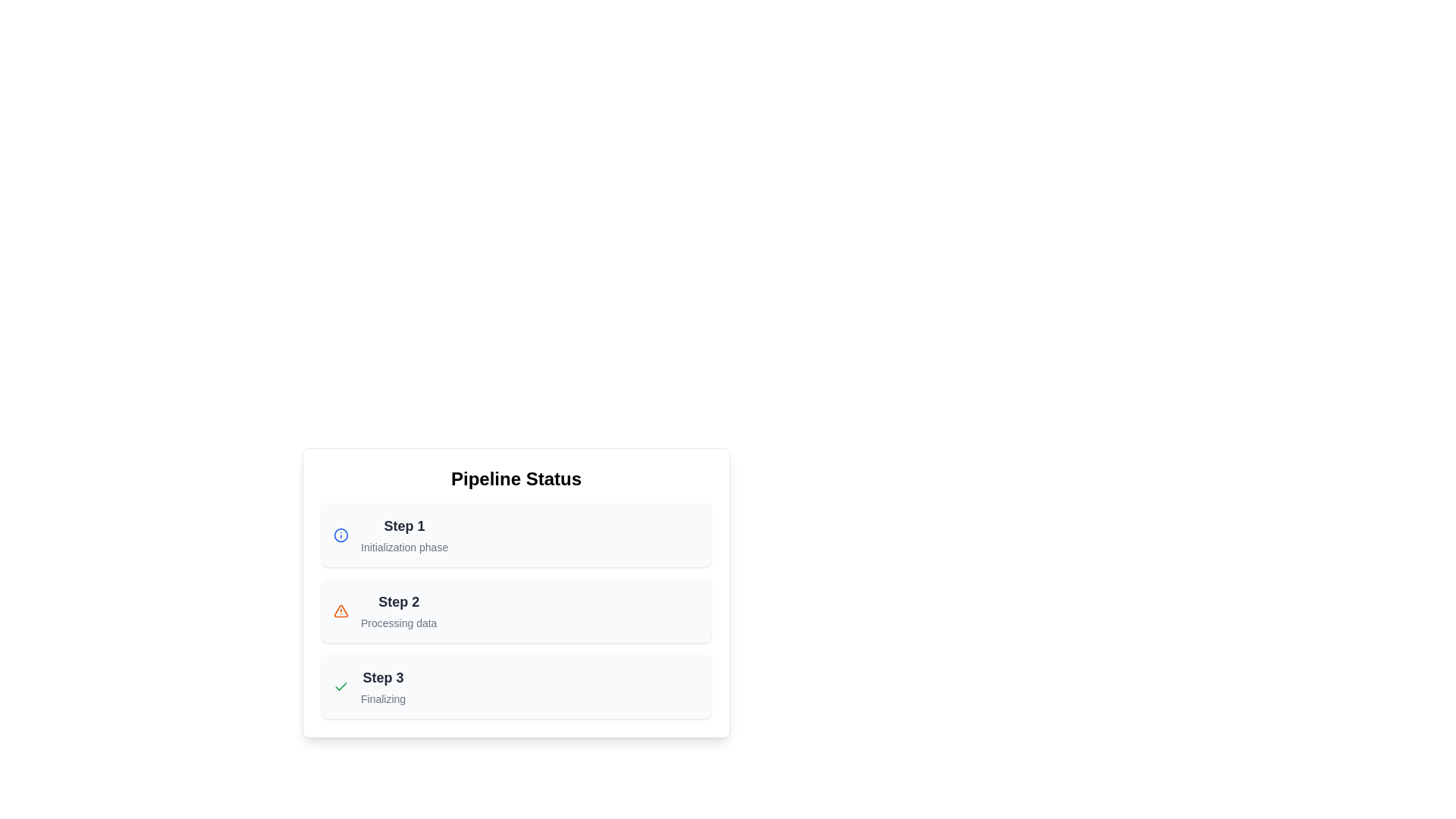 This screenshot has width=1456, height=819. What do you see at coordinates (399, 601) in the screenshot?
I see `the Text Label indicating 'Step 2', which serves as a milestone in the workflow and is located between 'Step 1' and 'Step 3'` at bounding box center [399, 601].